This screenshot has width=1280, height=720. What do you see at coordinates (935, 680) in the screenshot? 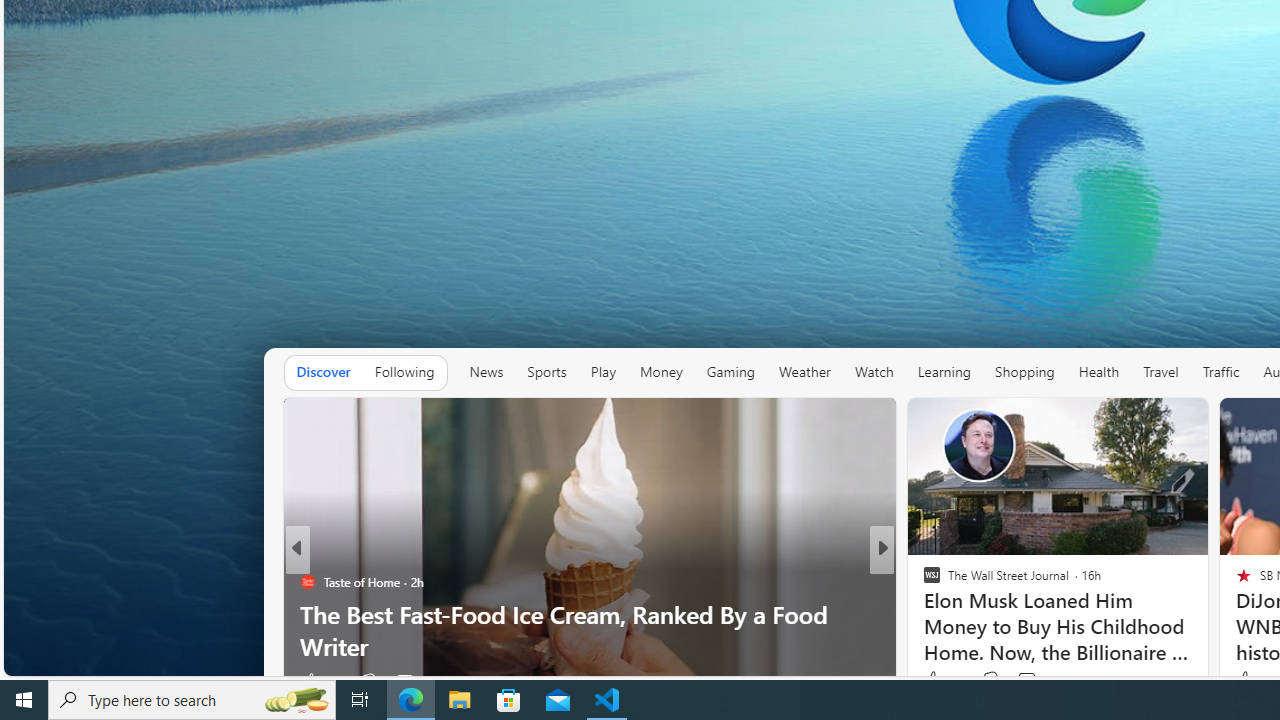
I see `'514 Like'` at bounding box center [935, 680].